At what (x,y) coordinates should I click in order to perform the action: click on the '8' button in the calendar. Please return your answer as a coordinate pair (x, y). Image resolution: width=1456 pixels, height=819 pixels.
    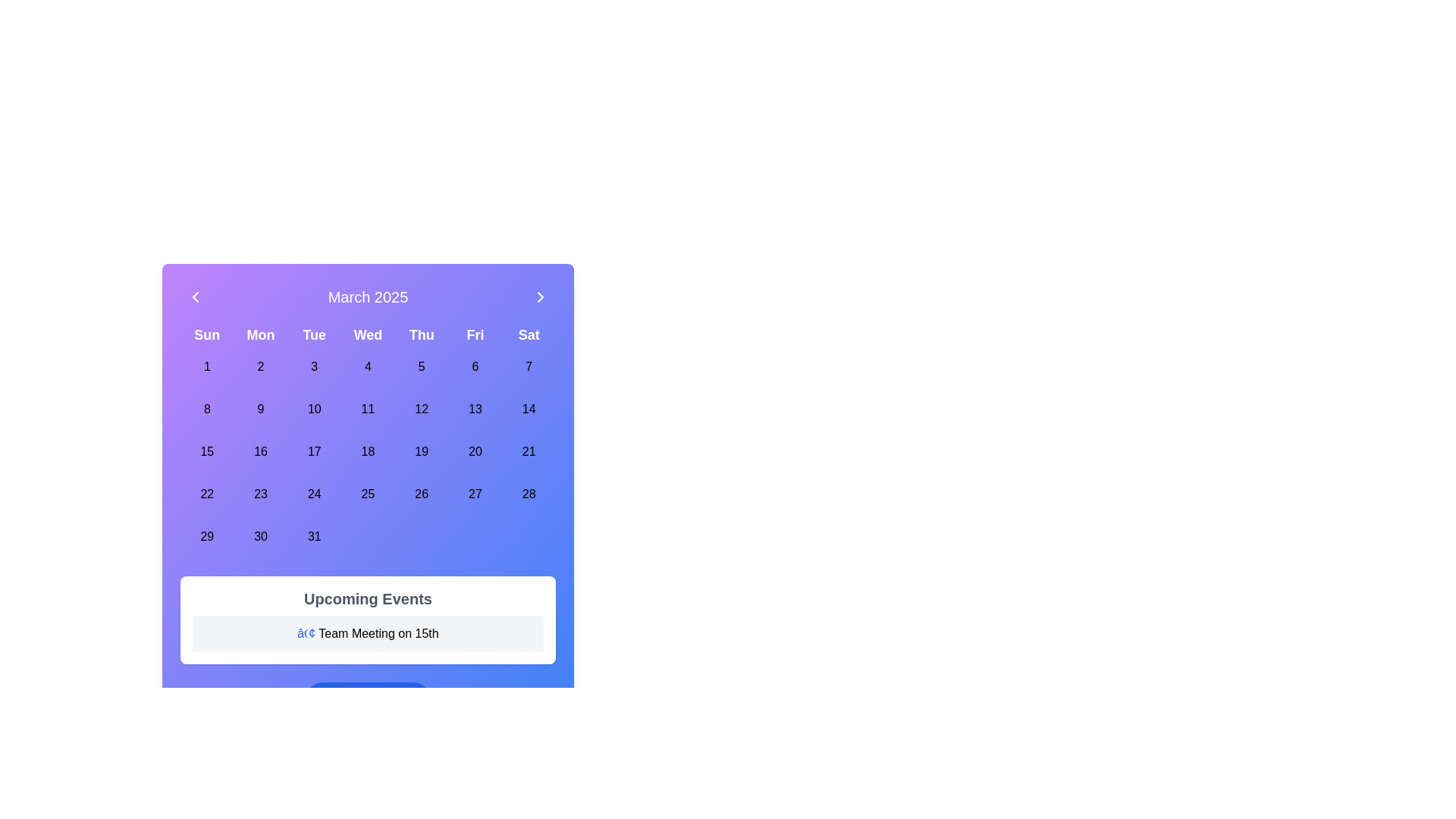
    Looking at the image, I should click on (206, 409).